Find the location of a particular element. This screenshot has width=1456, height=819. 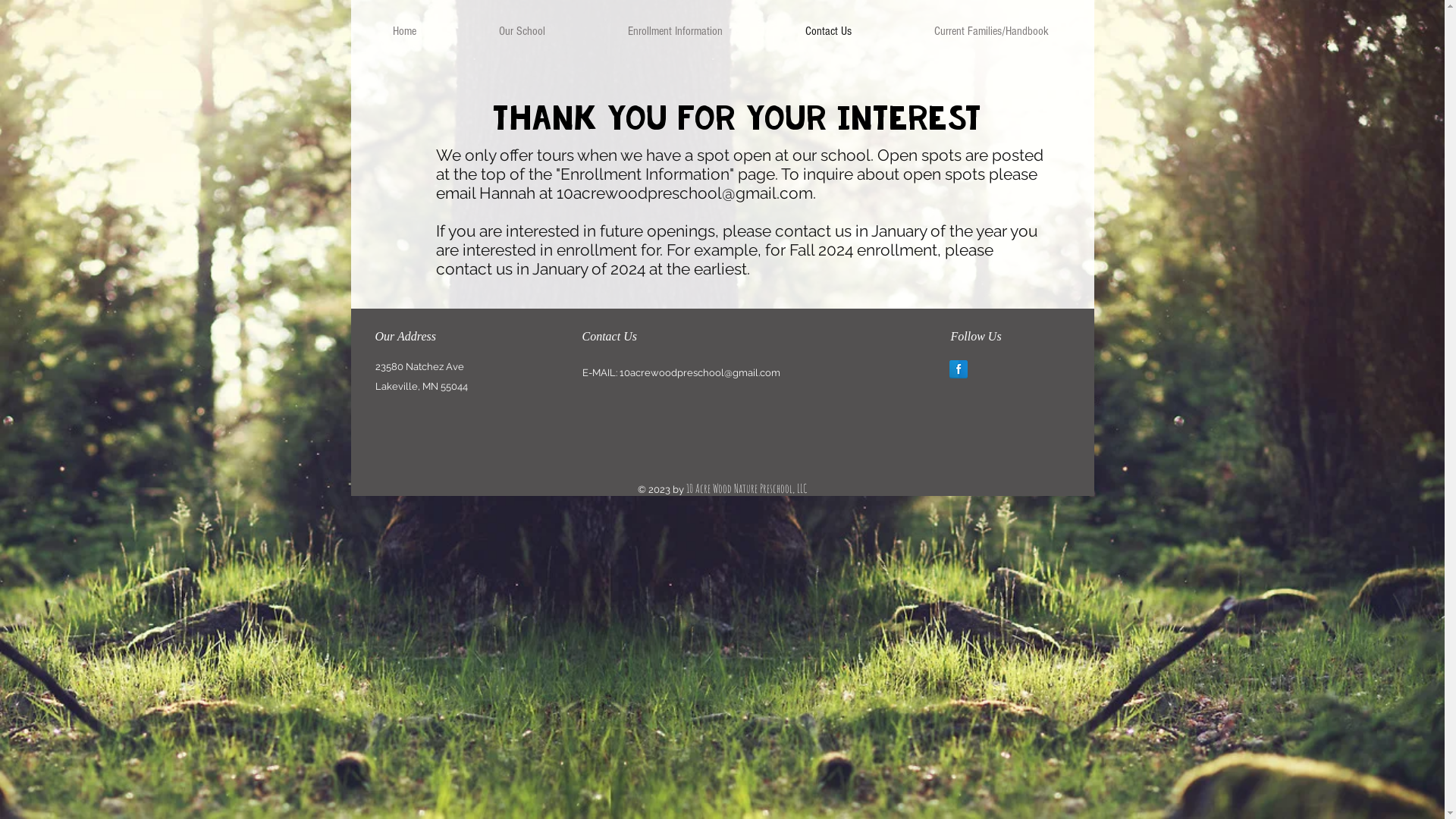

'Current Families/Handbook' is located at coordinates (892, 31).